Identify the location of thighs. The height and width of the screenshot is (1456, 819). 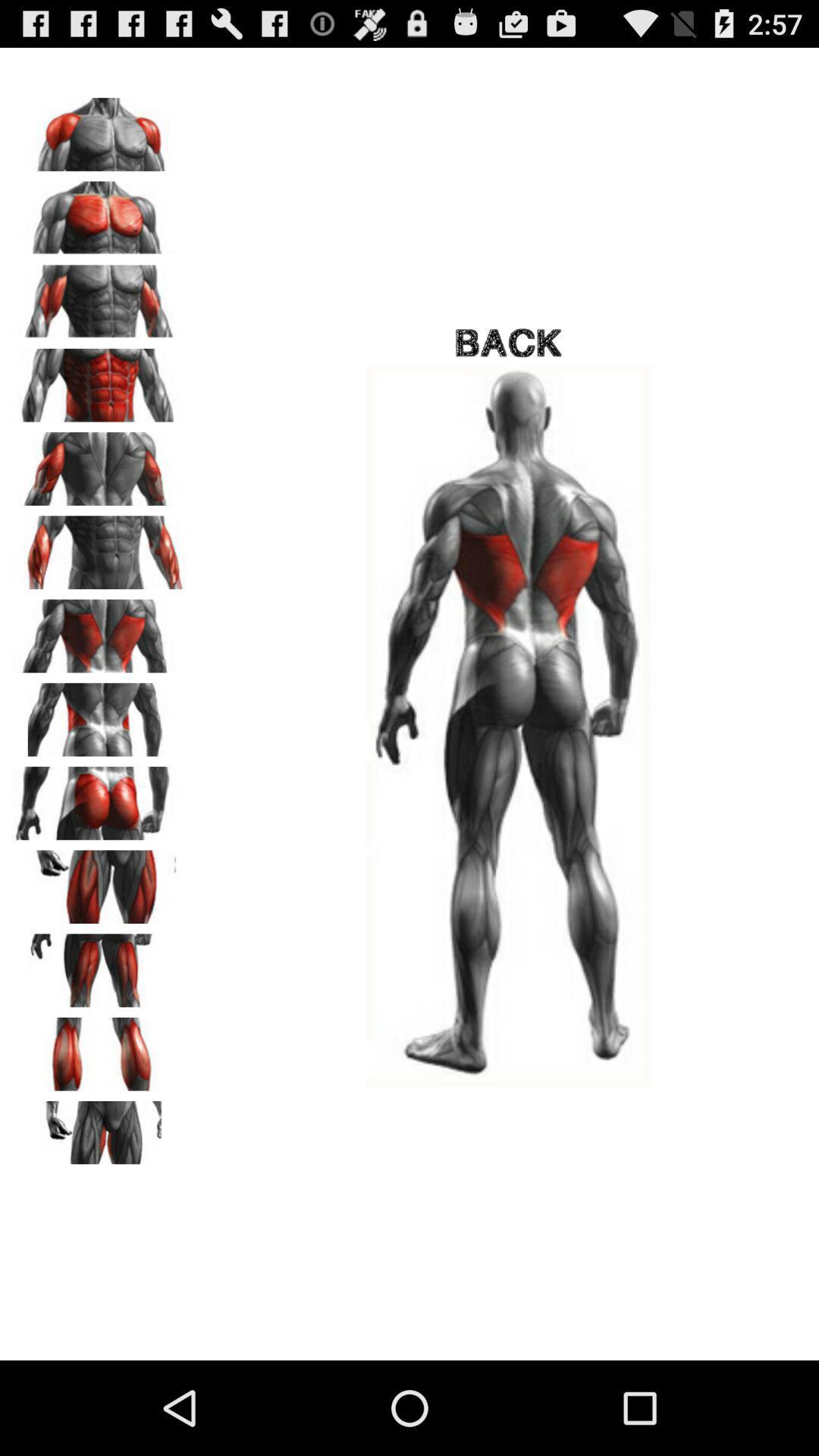
(99, 965).